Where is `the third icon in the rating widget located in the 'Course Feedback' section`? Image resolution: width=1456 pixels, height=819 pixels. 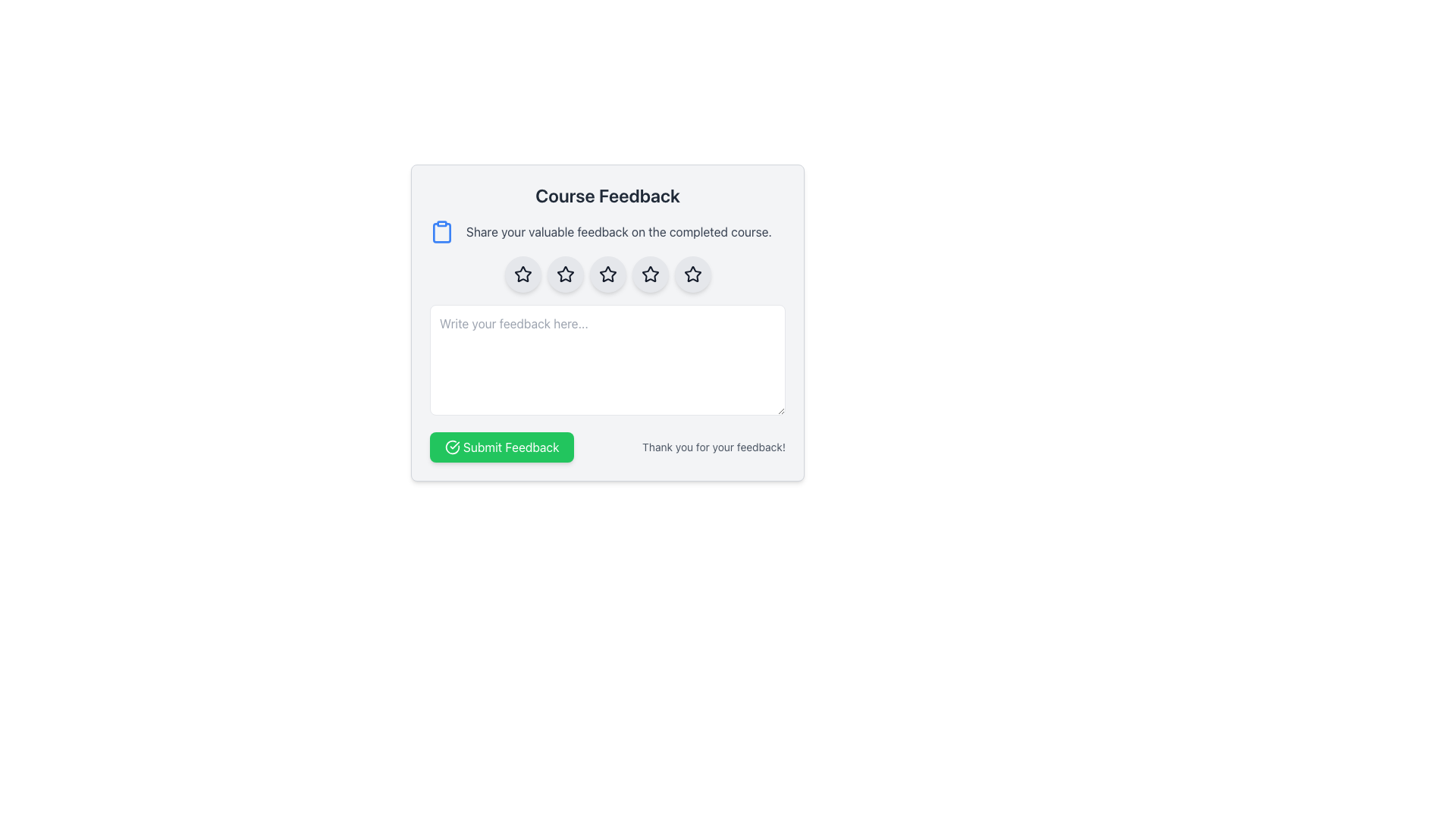
the third icon in the rating widget located in the 'Course Feedback' section is located at coordinates (607, 275).